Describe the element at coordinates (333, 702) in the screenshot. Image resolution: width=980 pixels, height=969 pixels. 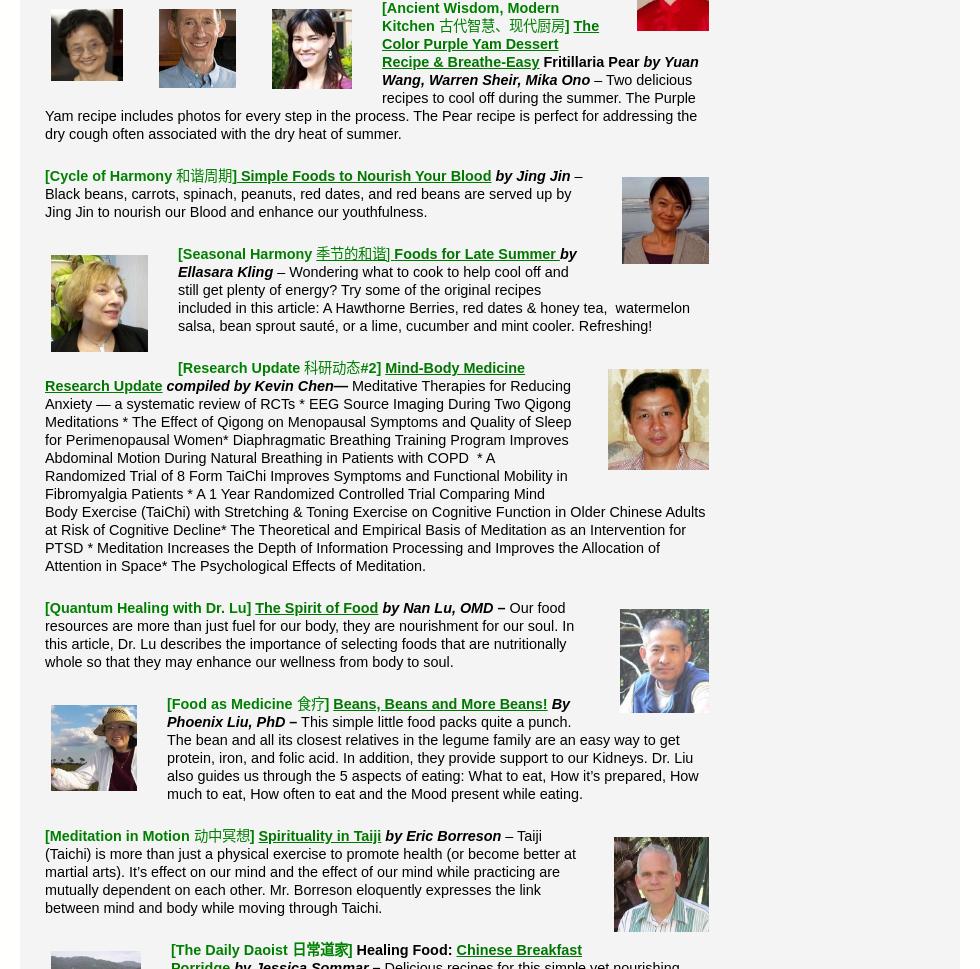
I see `'Beans, Beans and More Beans!'` at that location.